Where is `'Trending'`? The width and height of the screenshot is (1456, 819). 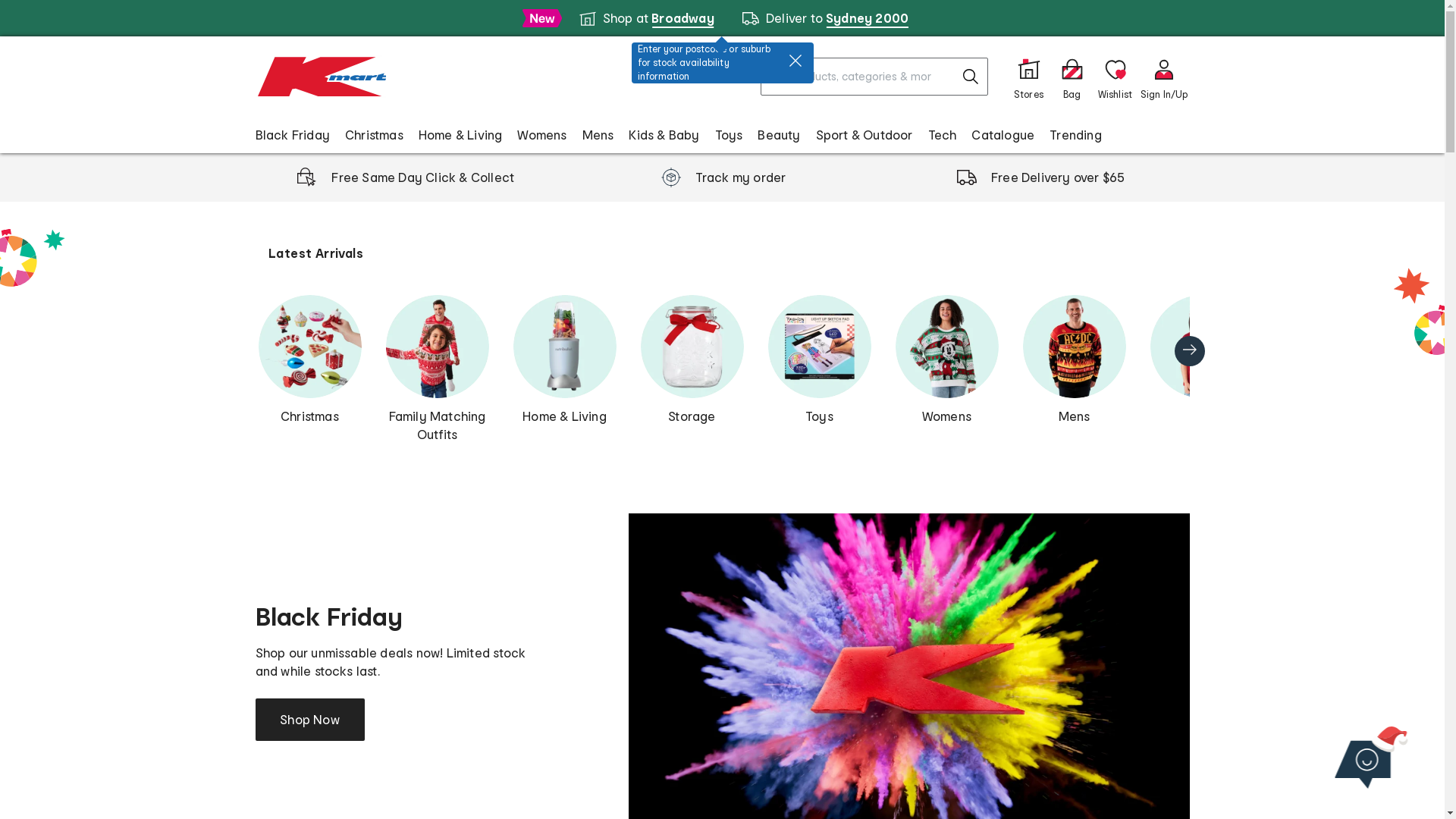
'Trending' is located at coordinates (1075, 133).